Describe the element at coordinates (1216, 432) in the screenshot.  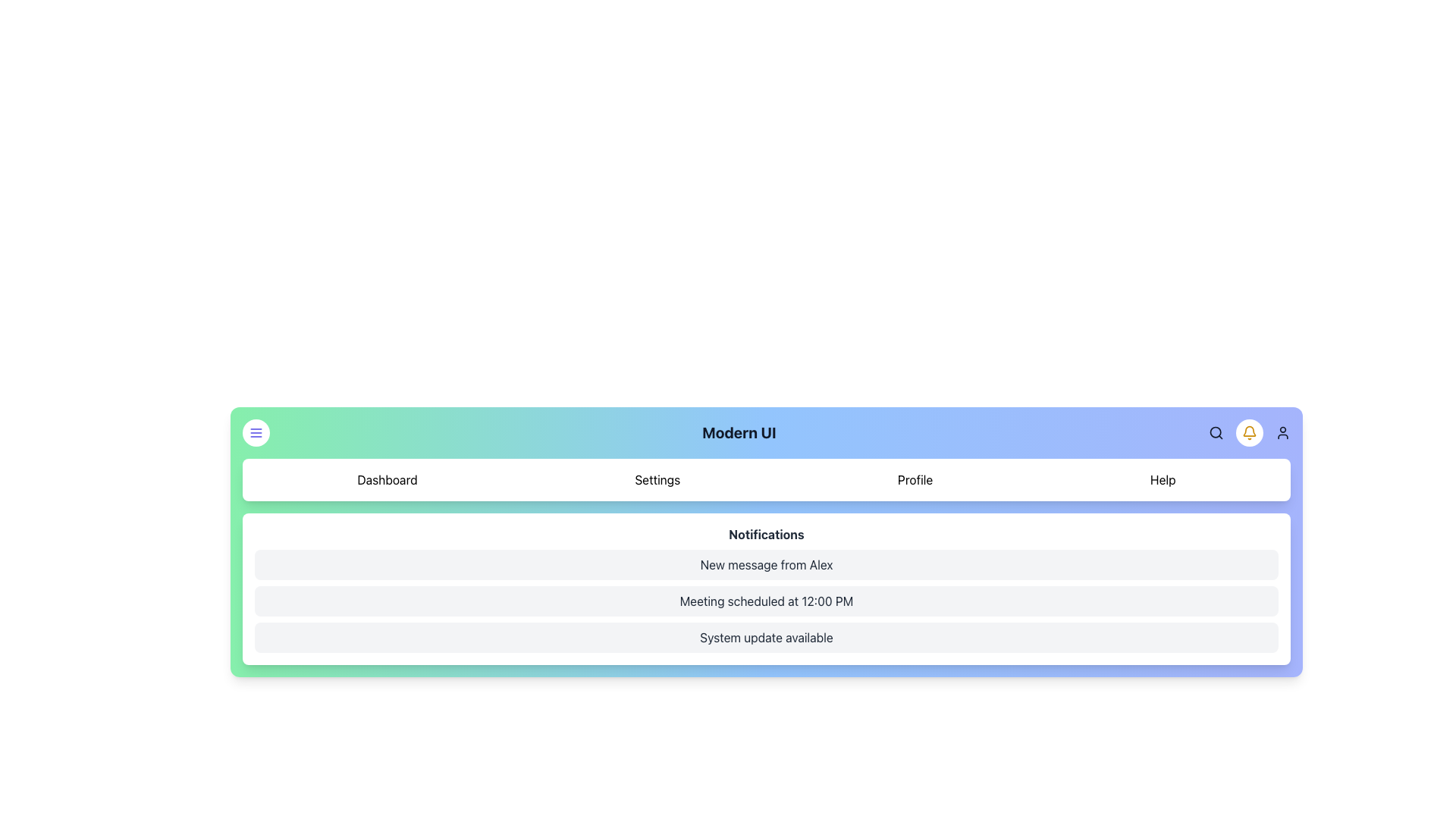
I see `the search icon represented by a magnifying glass symbol to initiate search` at that location.